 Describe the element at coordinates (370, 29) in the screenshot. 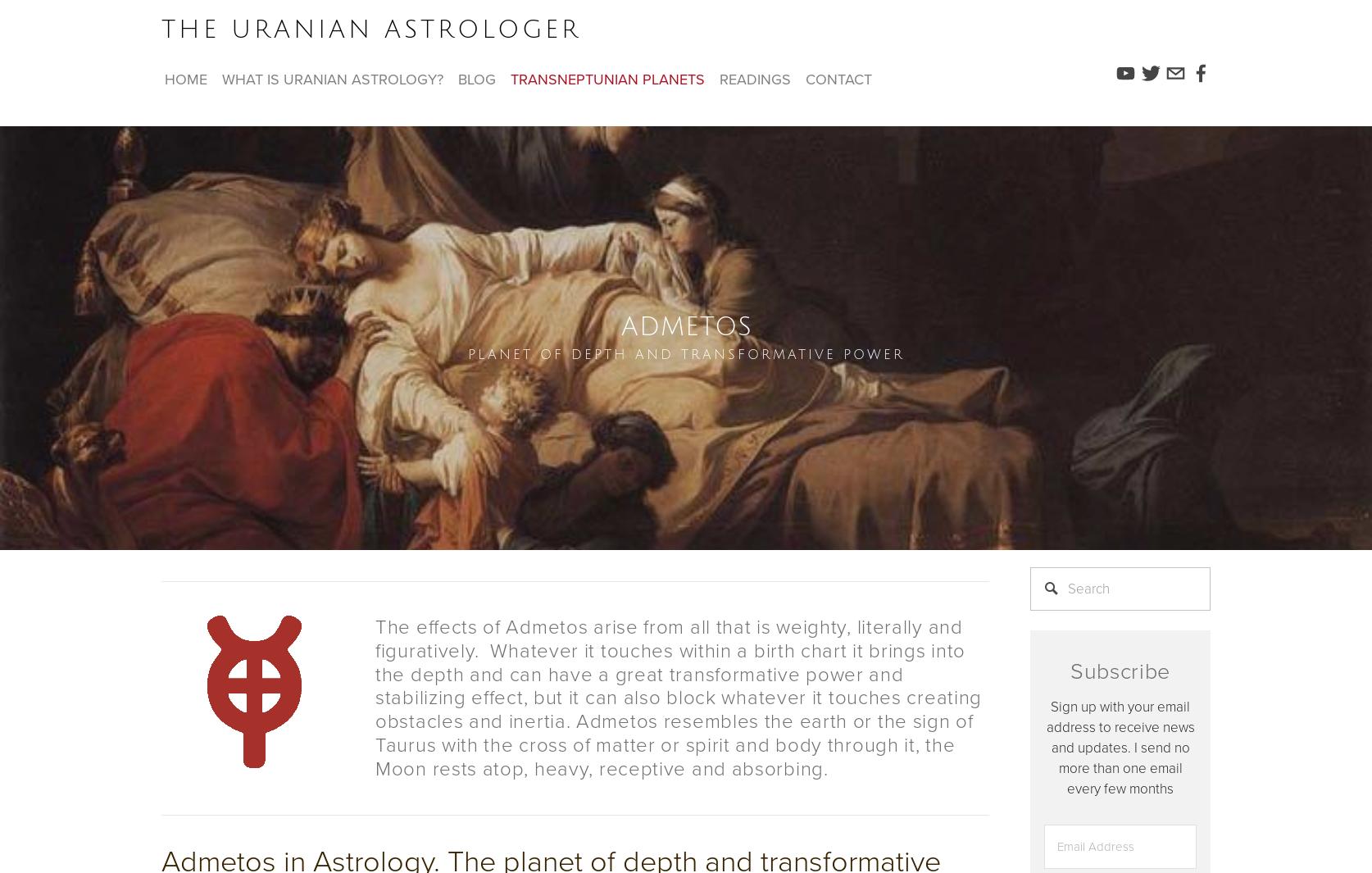

I see `'the uranian astrologer'` at that location.